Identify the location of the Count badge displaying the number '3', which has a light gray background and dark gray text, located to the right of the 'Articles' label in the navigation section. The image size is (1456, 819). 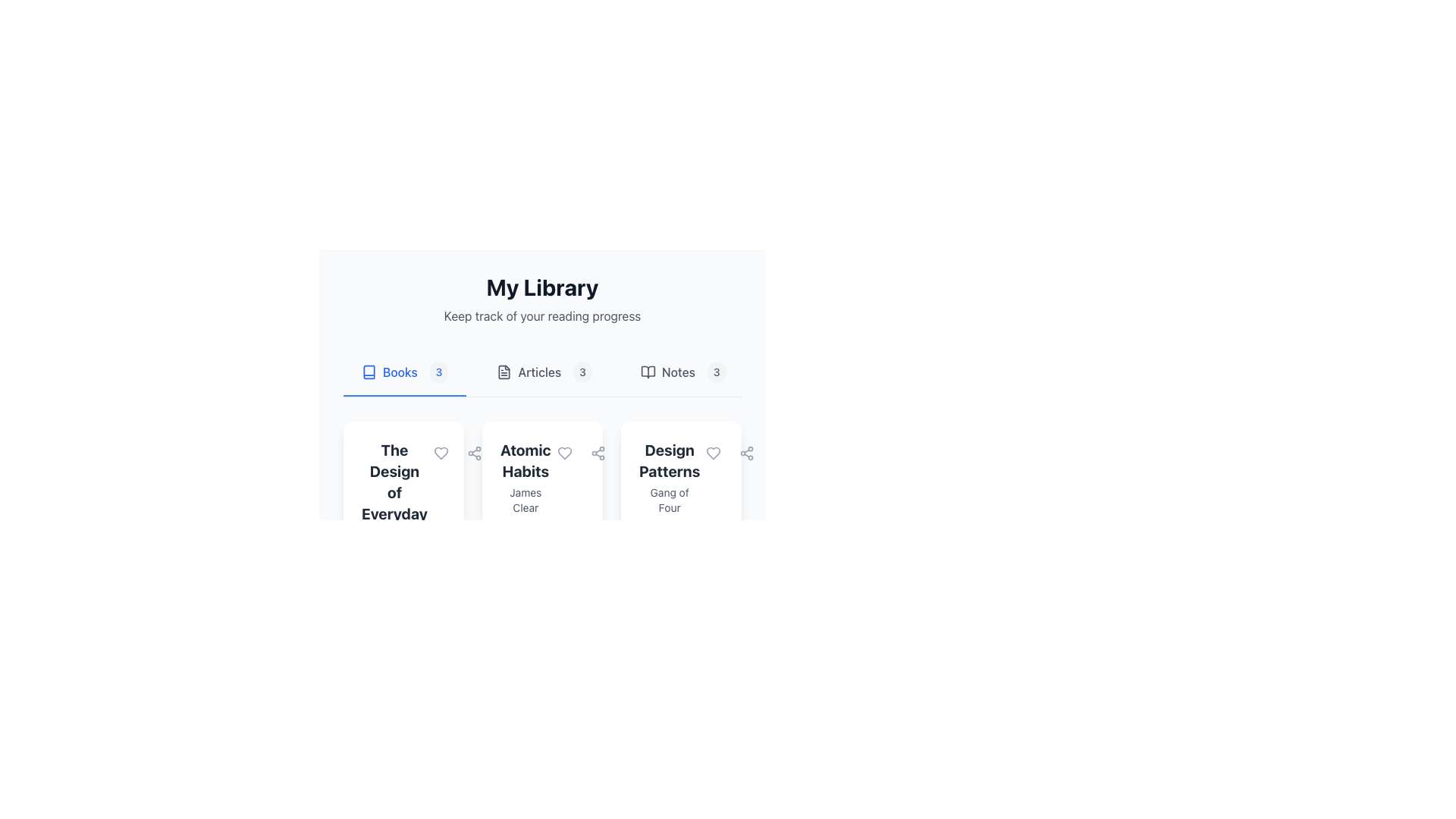
(582, 372).